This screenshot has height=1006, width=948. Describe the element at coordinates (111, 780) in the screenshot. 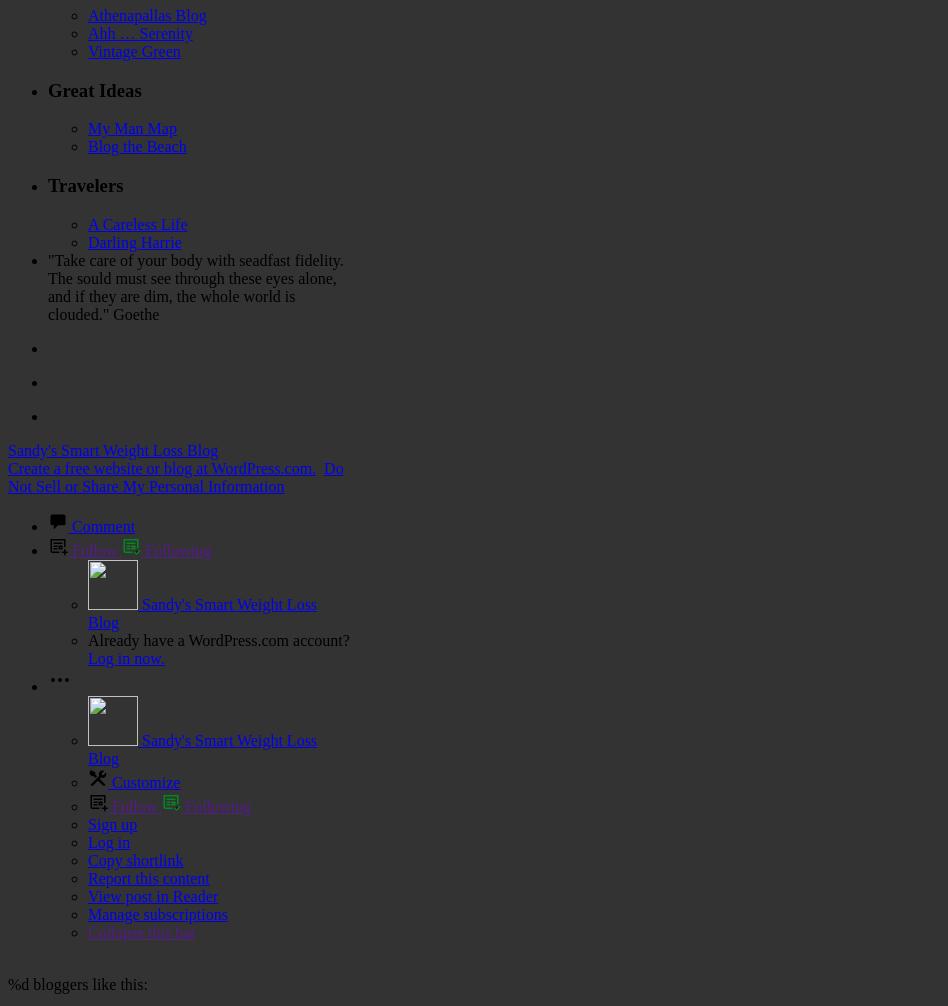

I see `'Customize'` at that location.